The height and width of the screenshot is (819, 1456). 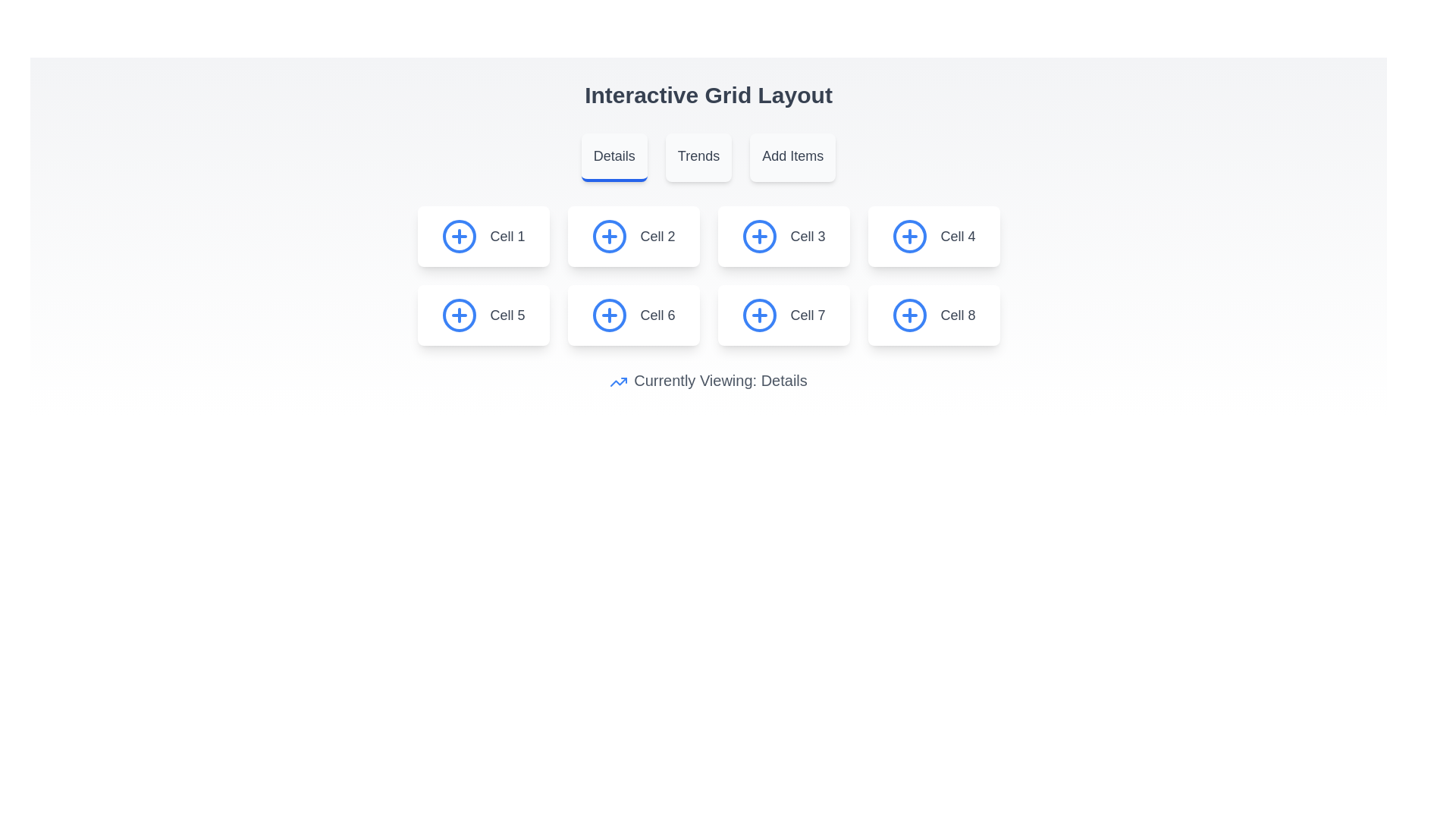 What do you see at coordinates (610, 315) in the screenshot?
I see `the circular blue outline with a plus sign located in Cell 6 of the grid layout` at bounding box center [610, 315].